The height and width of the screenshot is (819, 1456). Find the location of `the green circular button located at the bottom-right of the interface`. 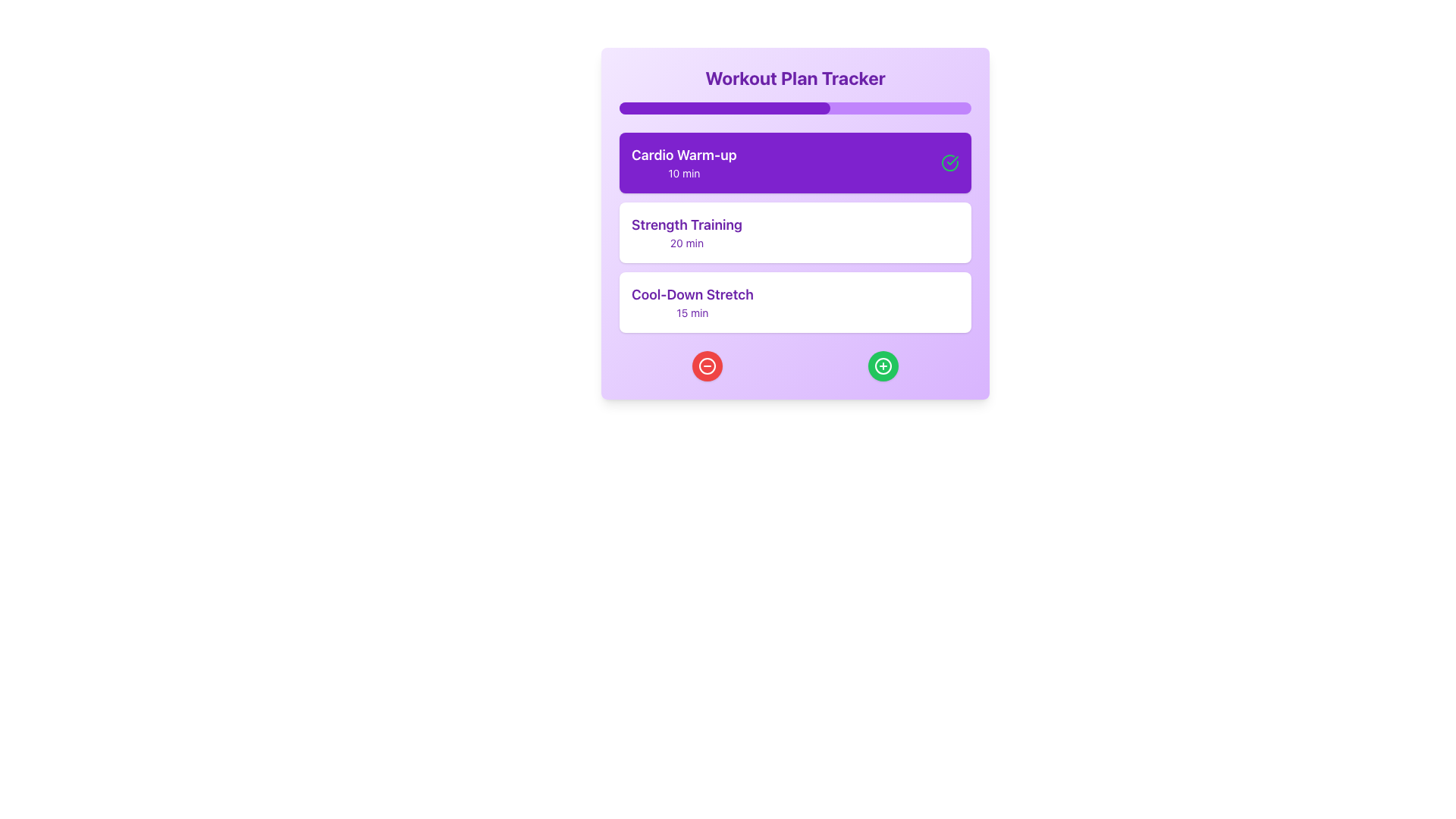

the green circular button located at the bottom-right of the interface is located at coordinates (883, 366).